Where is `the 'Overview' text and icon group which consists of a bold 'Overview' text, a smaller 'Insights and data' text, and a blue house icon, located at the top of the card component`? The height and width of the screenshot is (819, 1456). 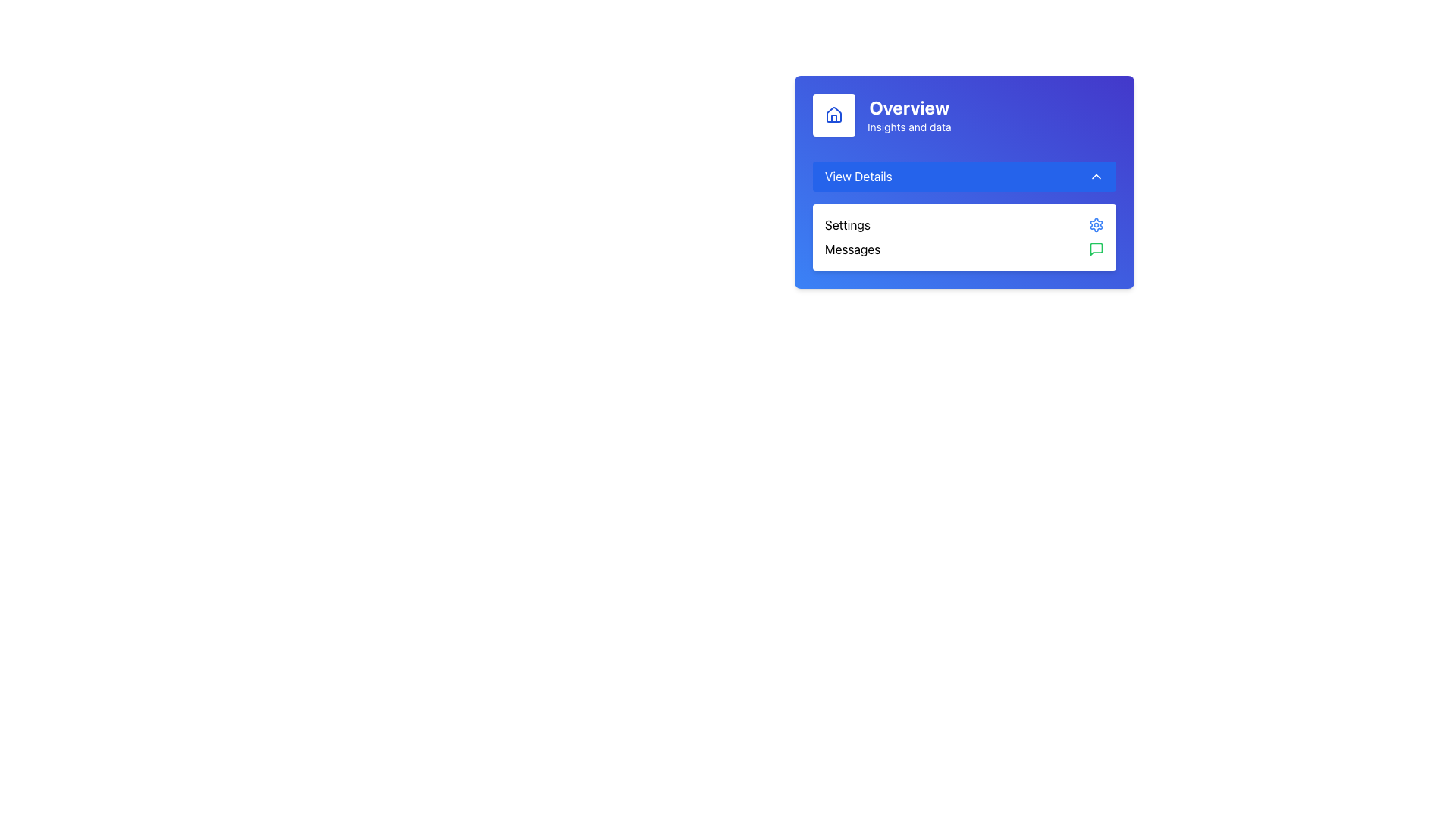 the 'Overview' text and icon group which consists of a bold 'Overview' text, a smaller 'Insights and data' text, and a blue house icon, located at the top of the card component is located at coordinates (964, 120).